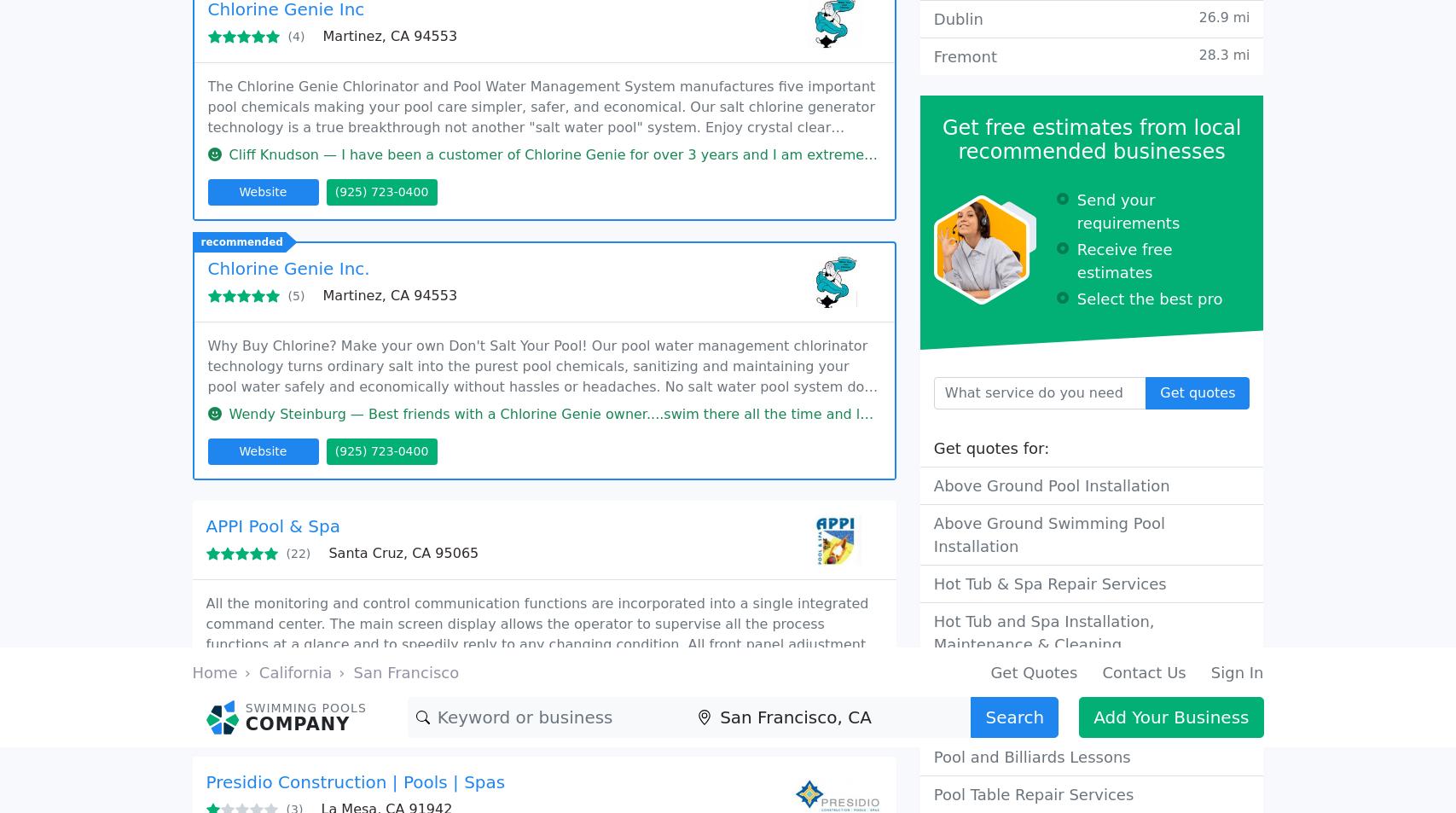 Image resolution: width=1456 pixels, height=813 pixels. What do you see at coordinates (704, 409) in the screenshot?
I see `'Kris Duff — Anthony put our pool in a few years ago and he did an ok job. We did have a few issues such as we found a lot of gunite hidden'` at bounding box center [704, 409].